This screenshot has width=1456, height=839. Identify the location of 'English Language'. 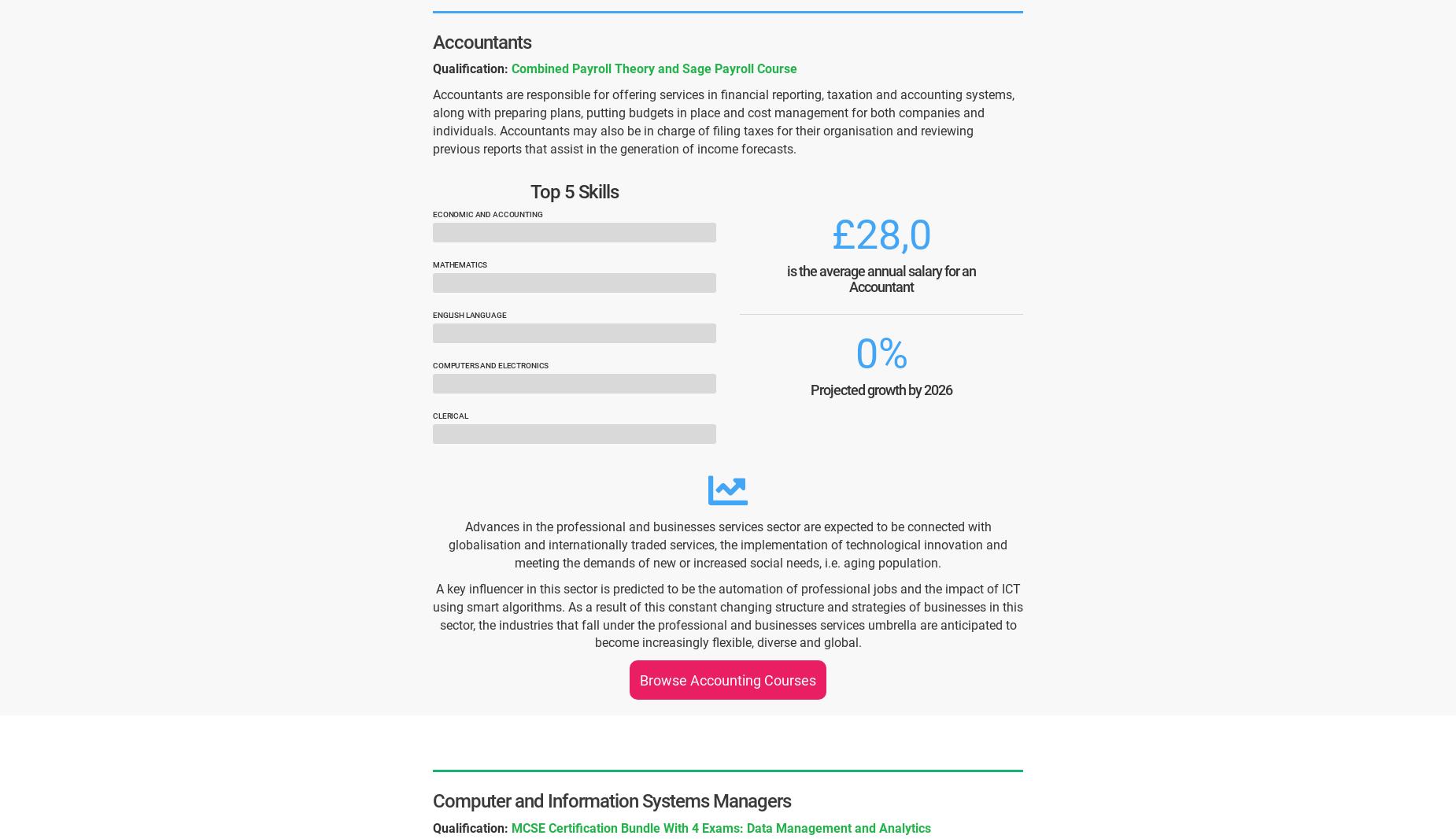
(469, 314).